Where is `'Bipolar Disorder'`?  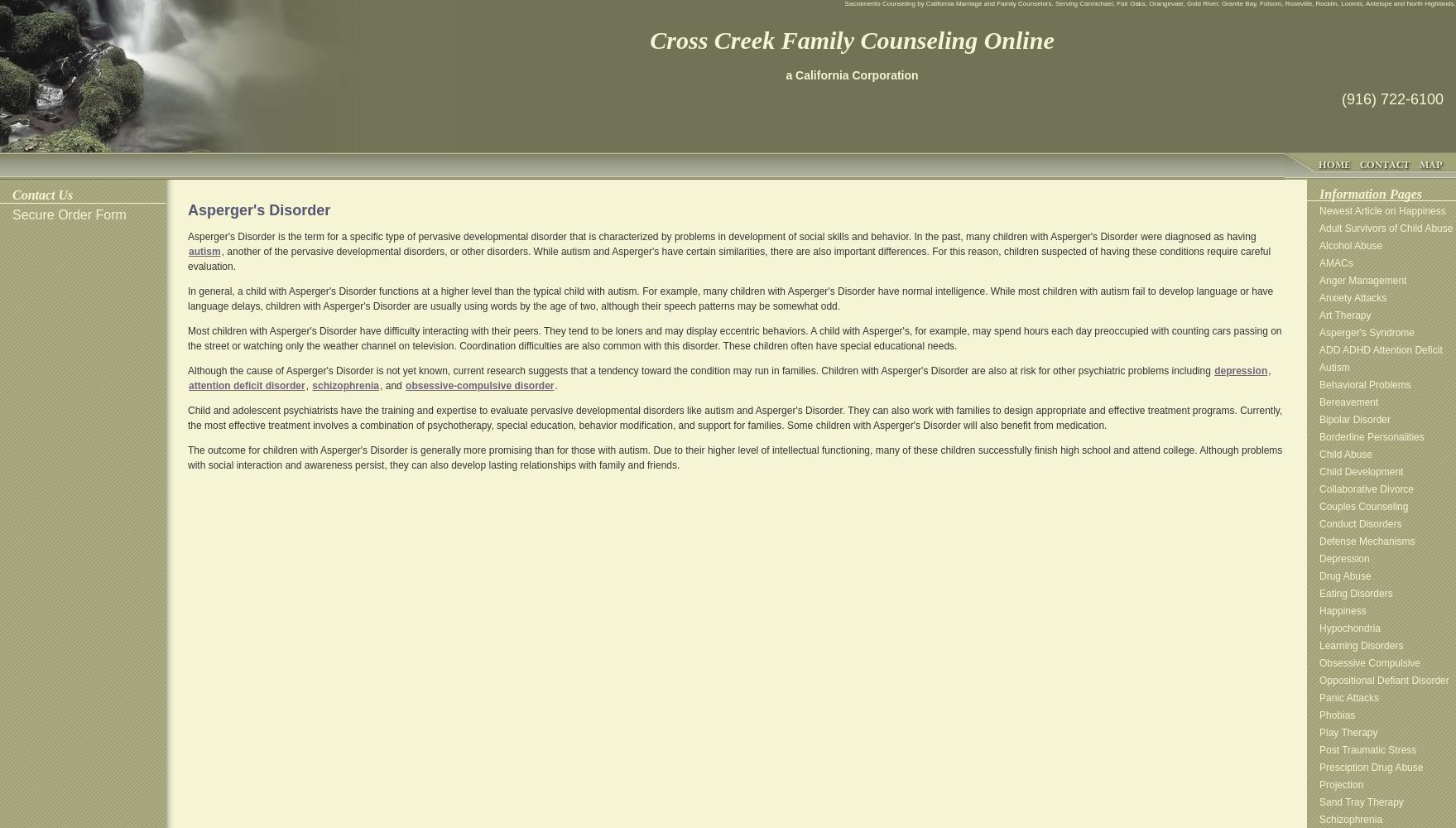
'Bipolar Disorder' is located at coordinates (1353, 420).